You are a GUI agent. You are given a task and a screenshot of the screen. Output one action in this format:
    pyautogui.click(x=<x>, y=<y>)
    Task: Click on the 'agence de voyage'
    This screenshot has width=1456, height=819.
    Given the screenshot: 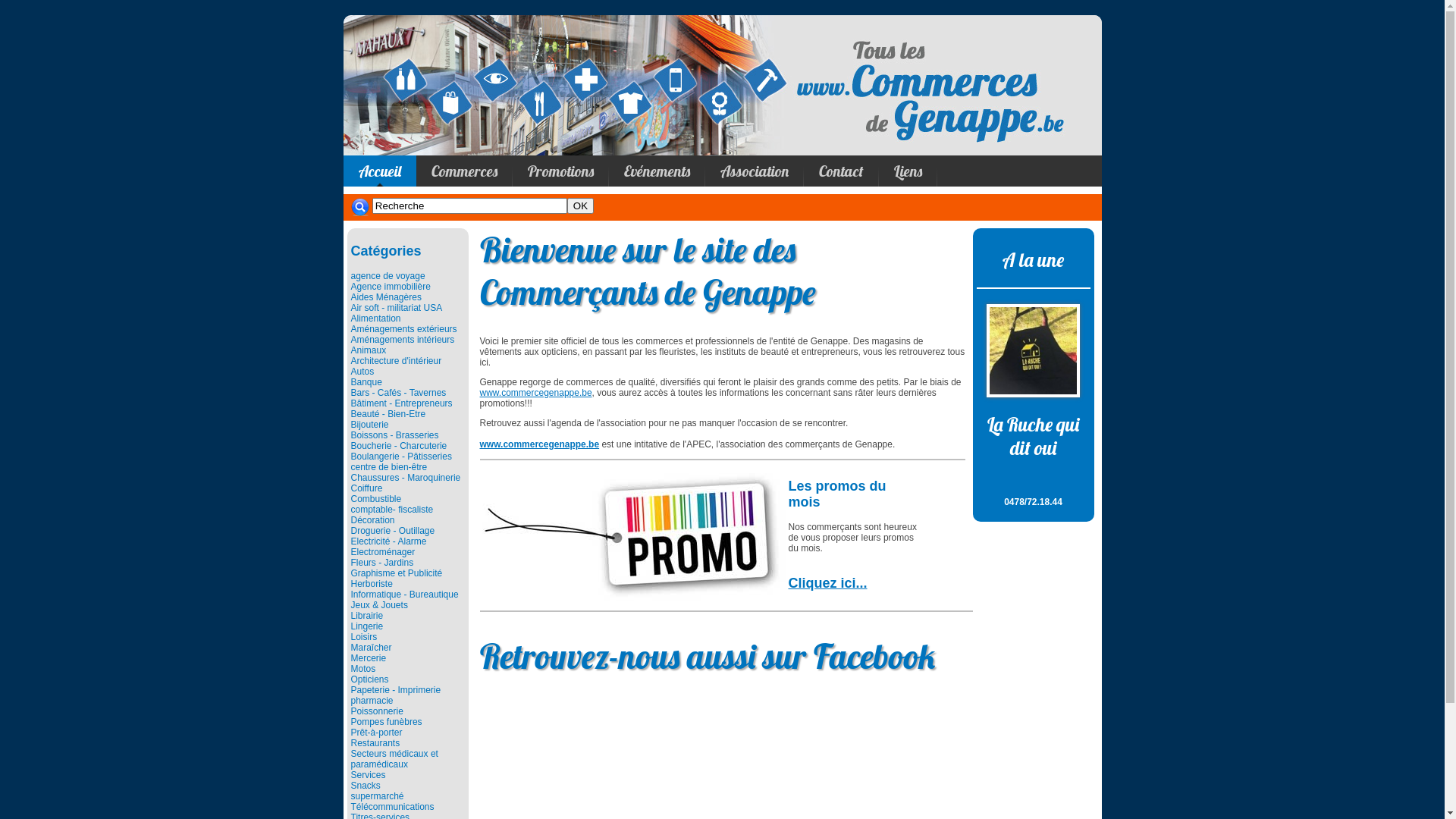 What is the action you would take?
    pyautogui.click(x=387, y=275)
    